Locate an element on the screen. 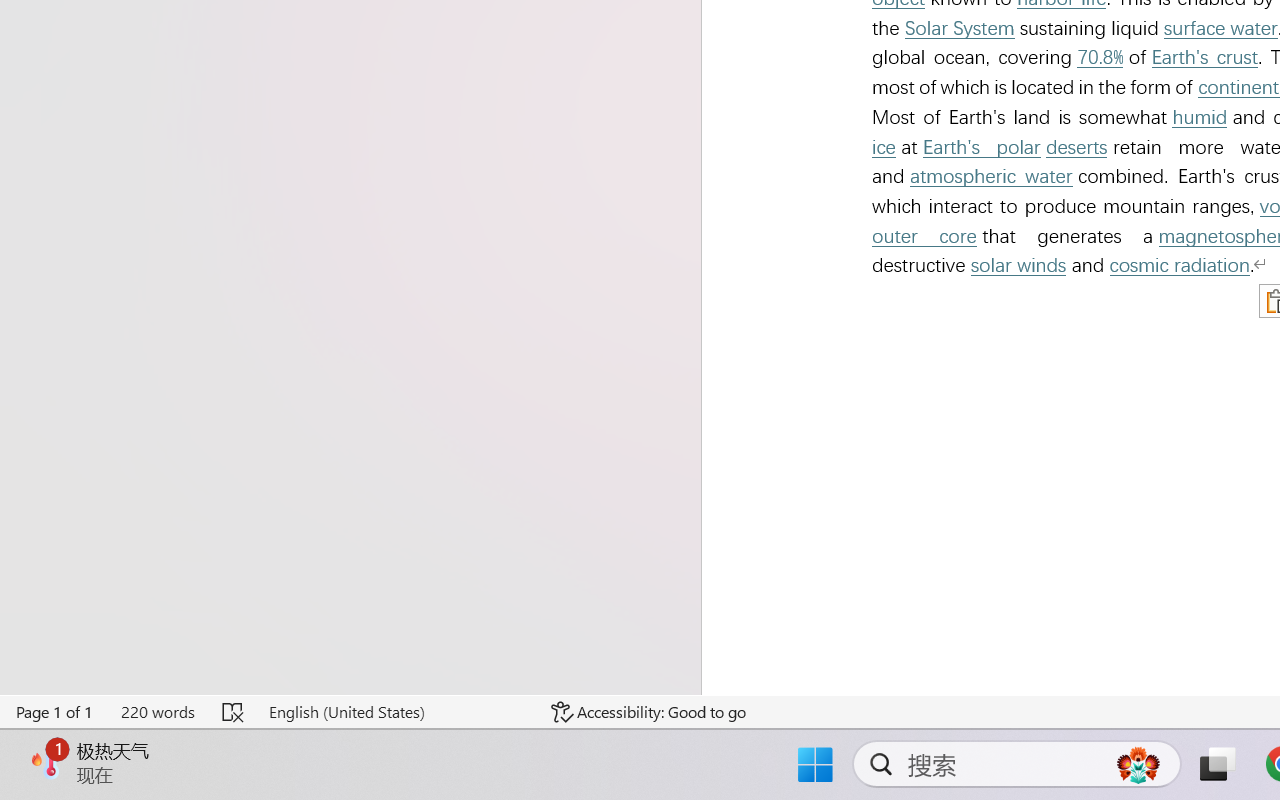  'atmospheric water' is located at coordinates (991, 175).